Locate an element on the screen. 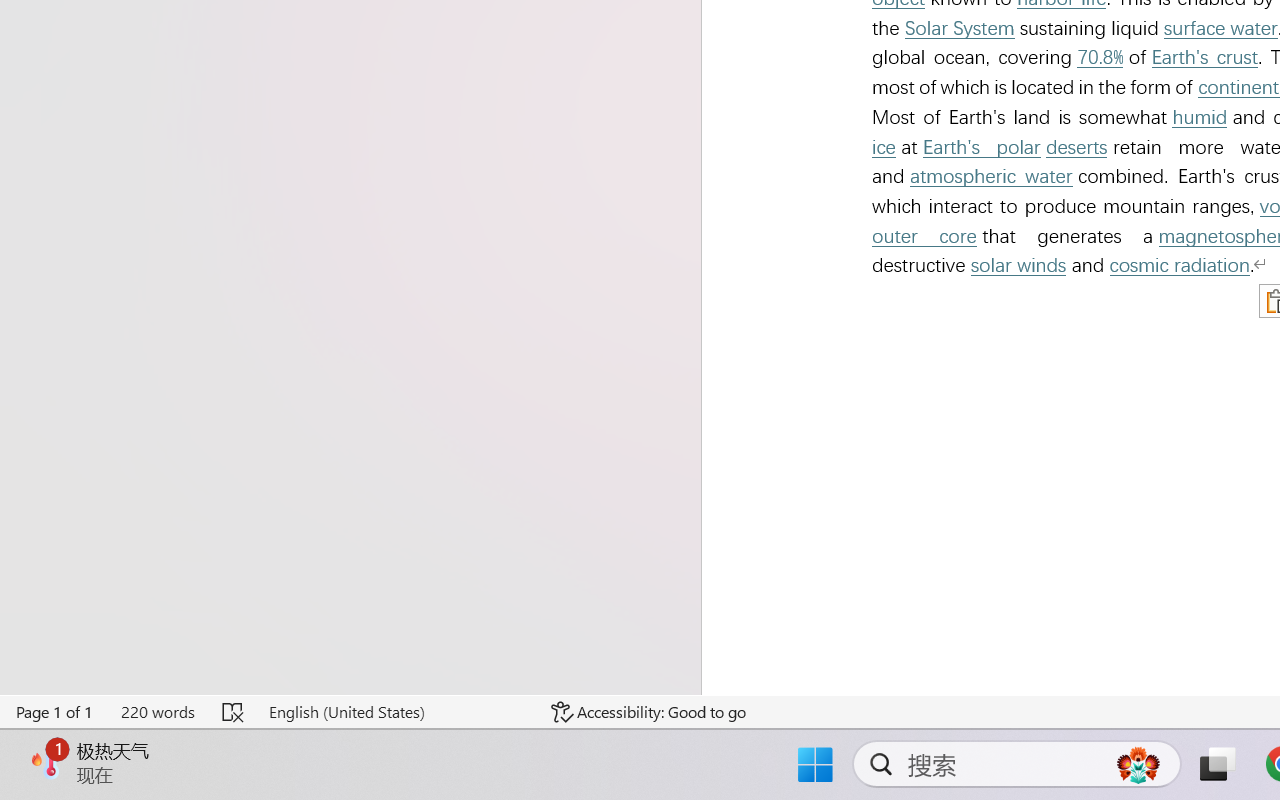  'atmospheric water' is located at coordinates (991, 175).